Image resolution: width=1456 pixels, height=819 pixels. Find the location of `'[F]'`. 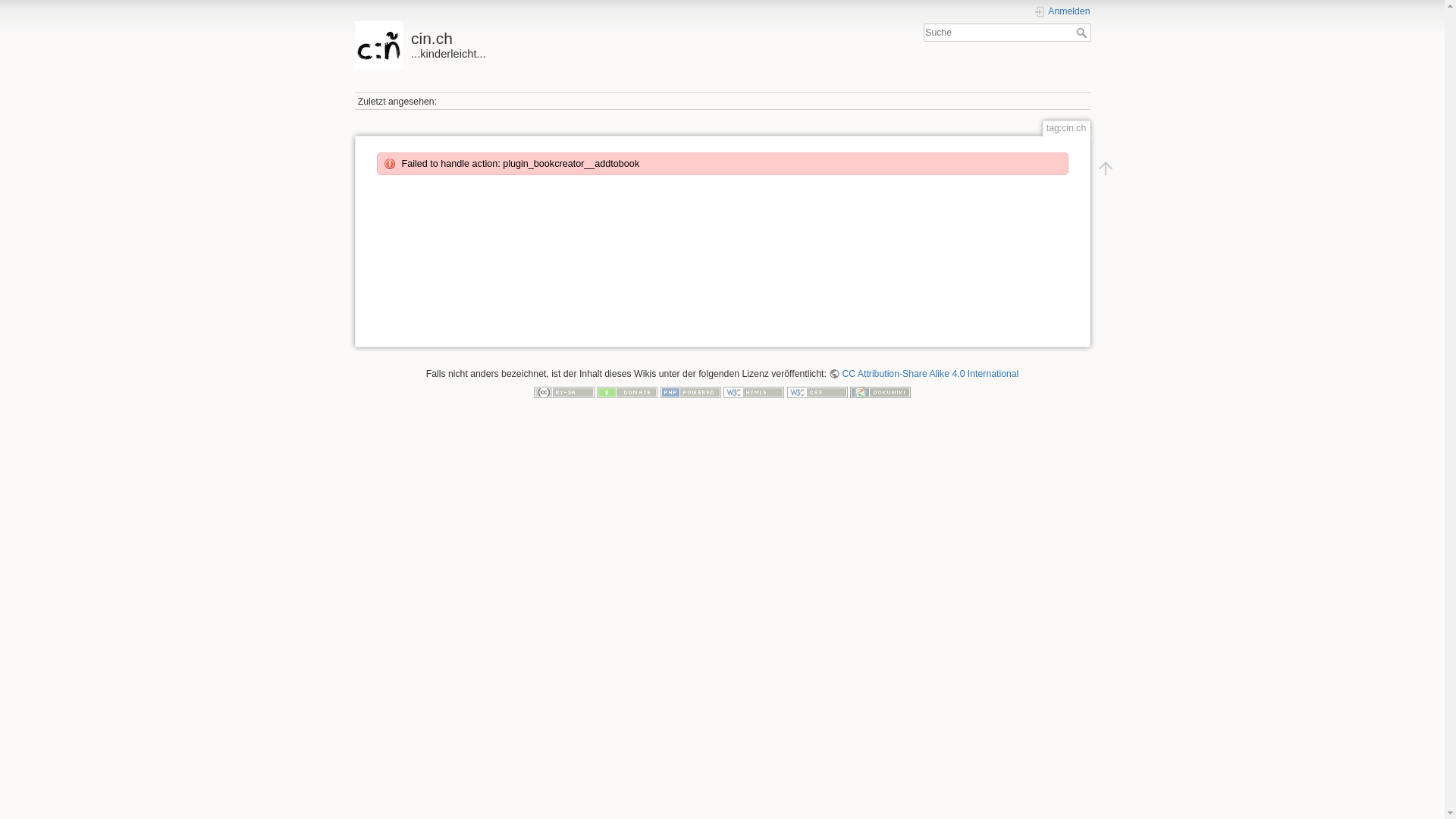

'[F]' is located at coordinates (1007, 33).